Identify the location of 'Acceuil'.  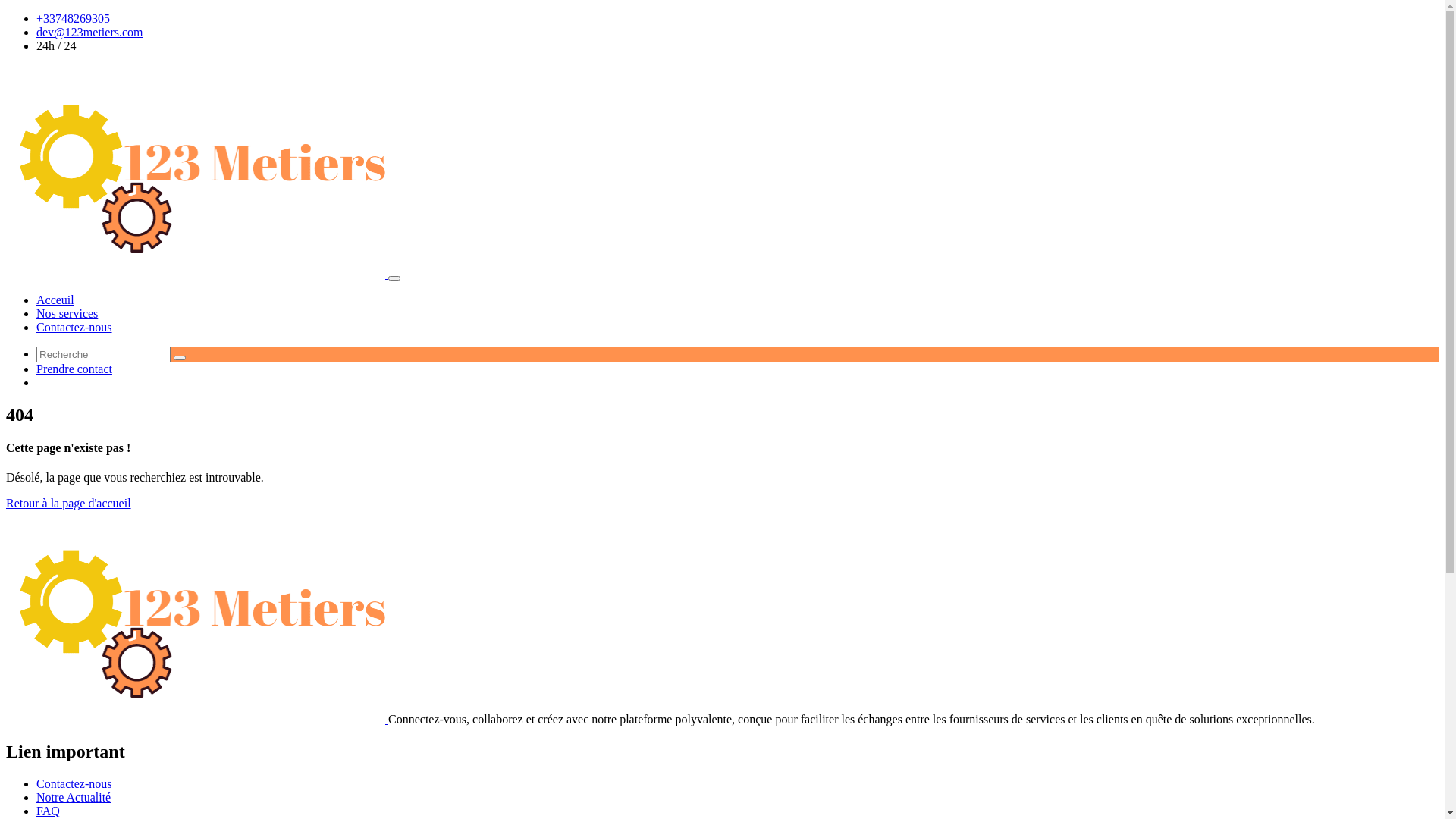
(55, 300).